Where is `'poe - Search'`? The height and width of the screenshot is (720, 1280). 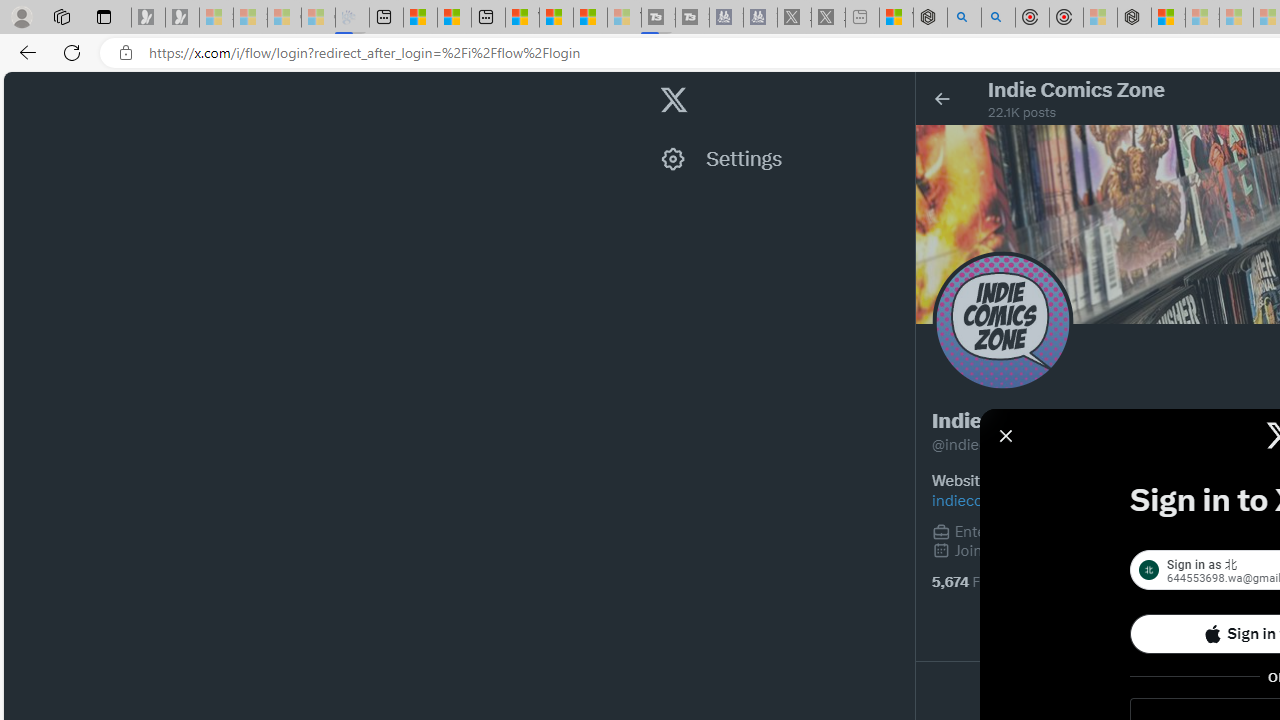
'poe - Search' is located at coordinates (964, 17).